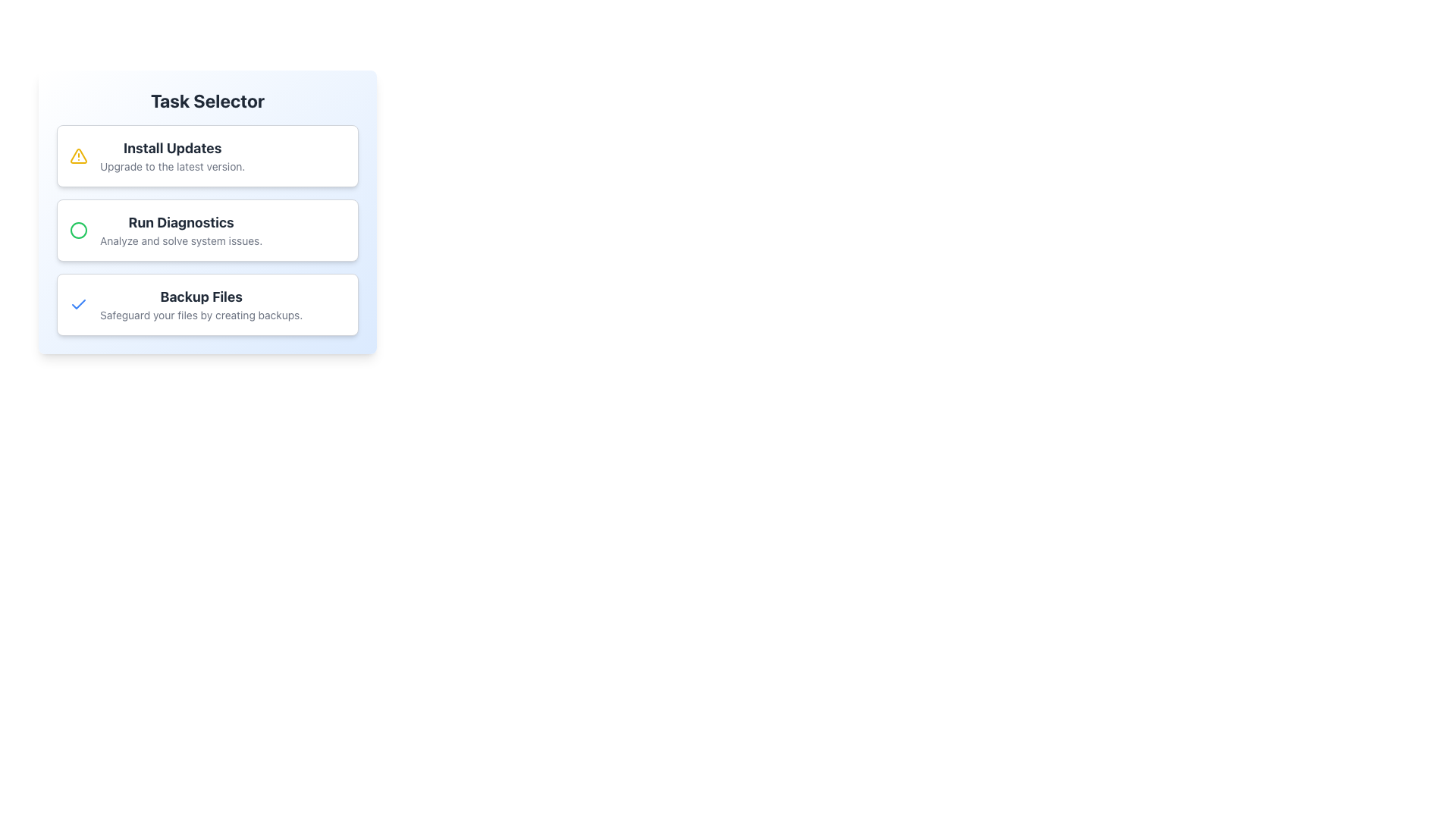 The image size is (1456, 819). What do you see at coordinates (78, 231) in the screenshot?
I see `the green circular icon located to the left of the 'Run Diagnostics' label in the task selection interface` at bounding box center [78, 231].